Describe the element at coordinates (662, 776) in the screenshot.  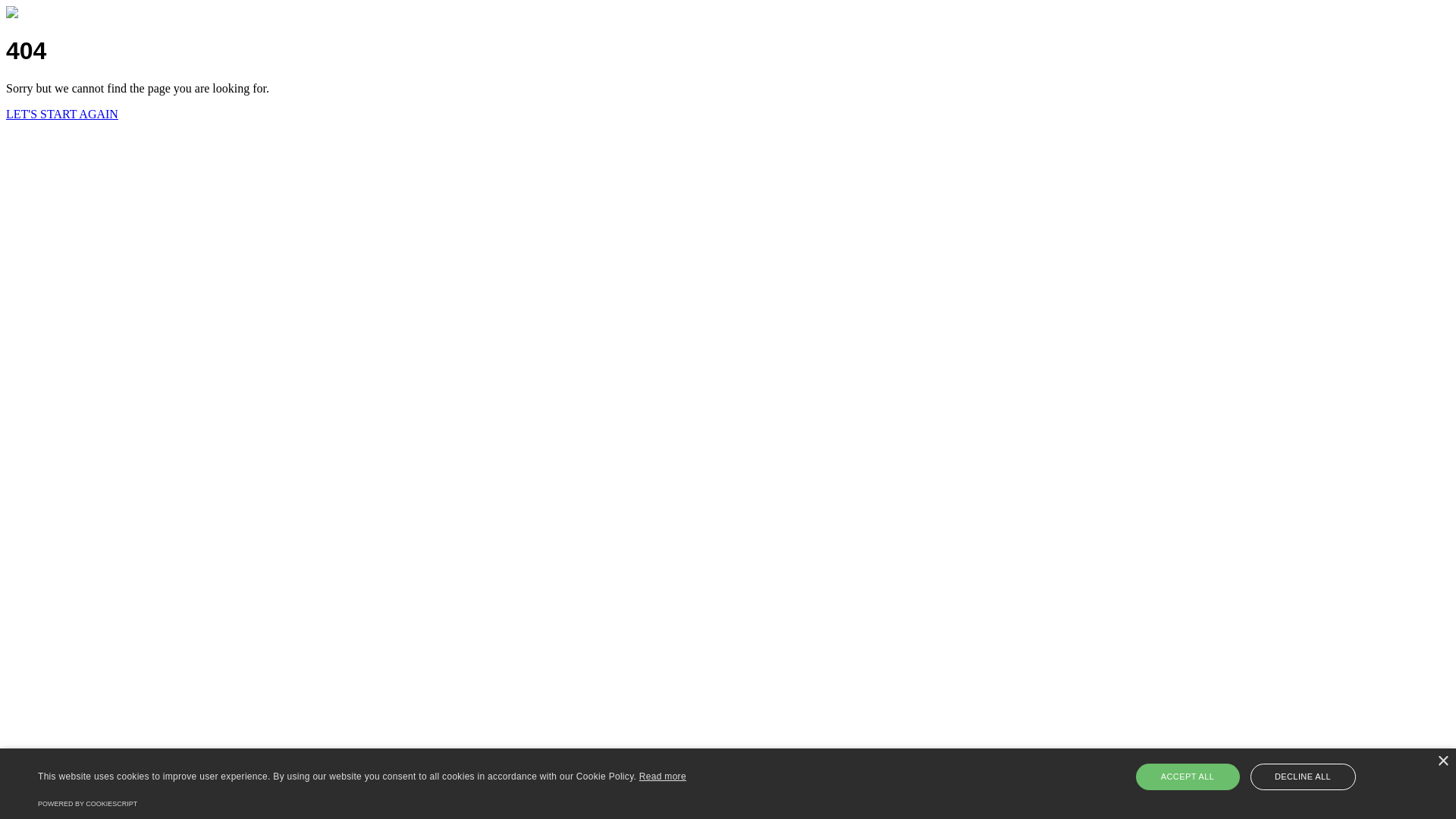
I see `'Read more'` at that location.